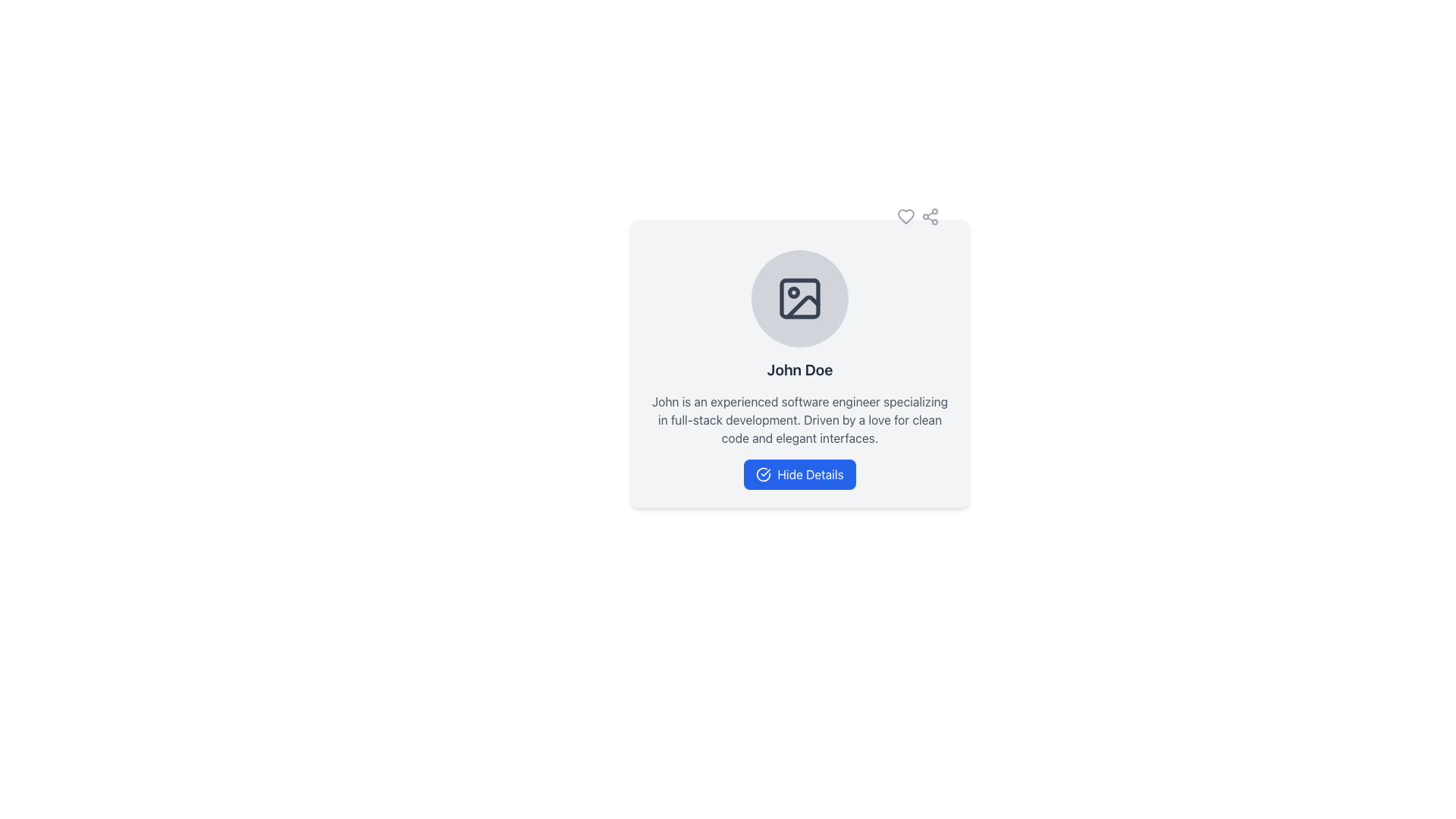 The width and height of the screenshot is (1456, 819). I want to click on the Decorative Icon, a circular icon with a checkmark inside, located to the left of the 'Hide Details' button, so click(764, 473).